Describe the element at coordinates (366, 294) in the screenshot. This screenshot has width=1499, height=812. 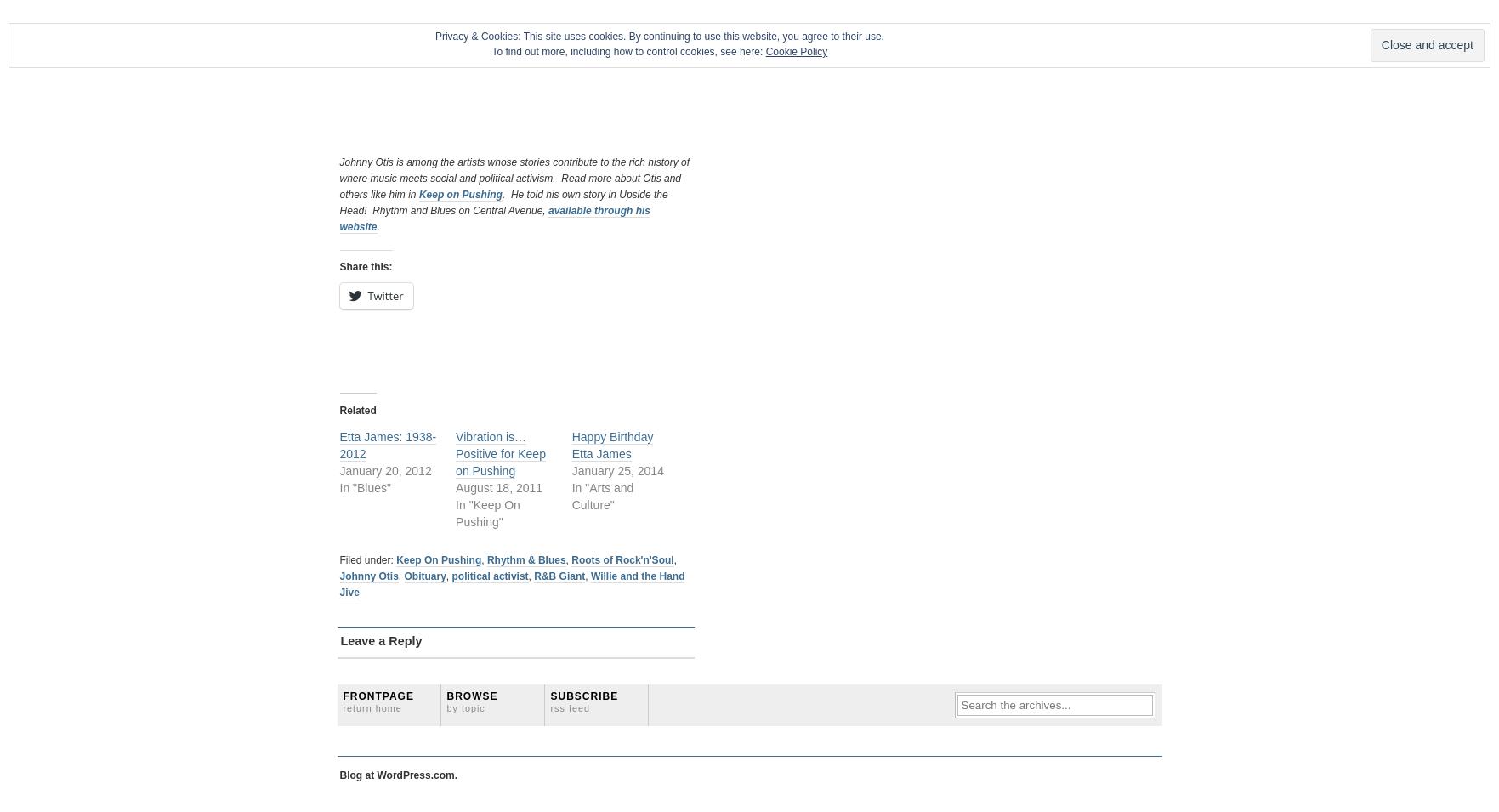
I see `'Twitter'` at that location.